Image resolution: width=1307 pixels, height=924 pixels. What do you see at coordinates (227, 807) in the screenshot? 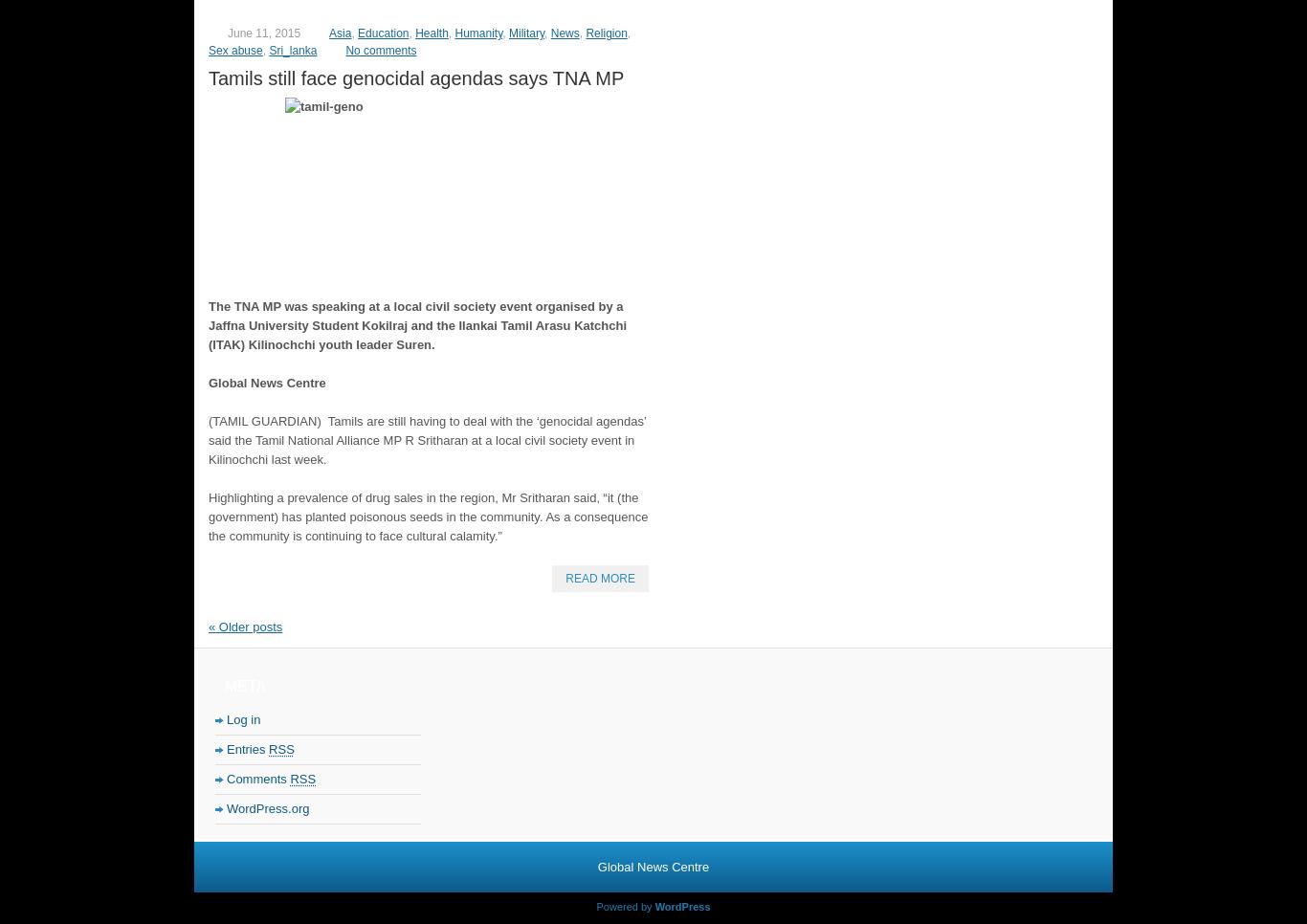
I see `'WordPress.org'` at bounding box center [227, 807].